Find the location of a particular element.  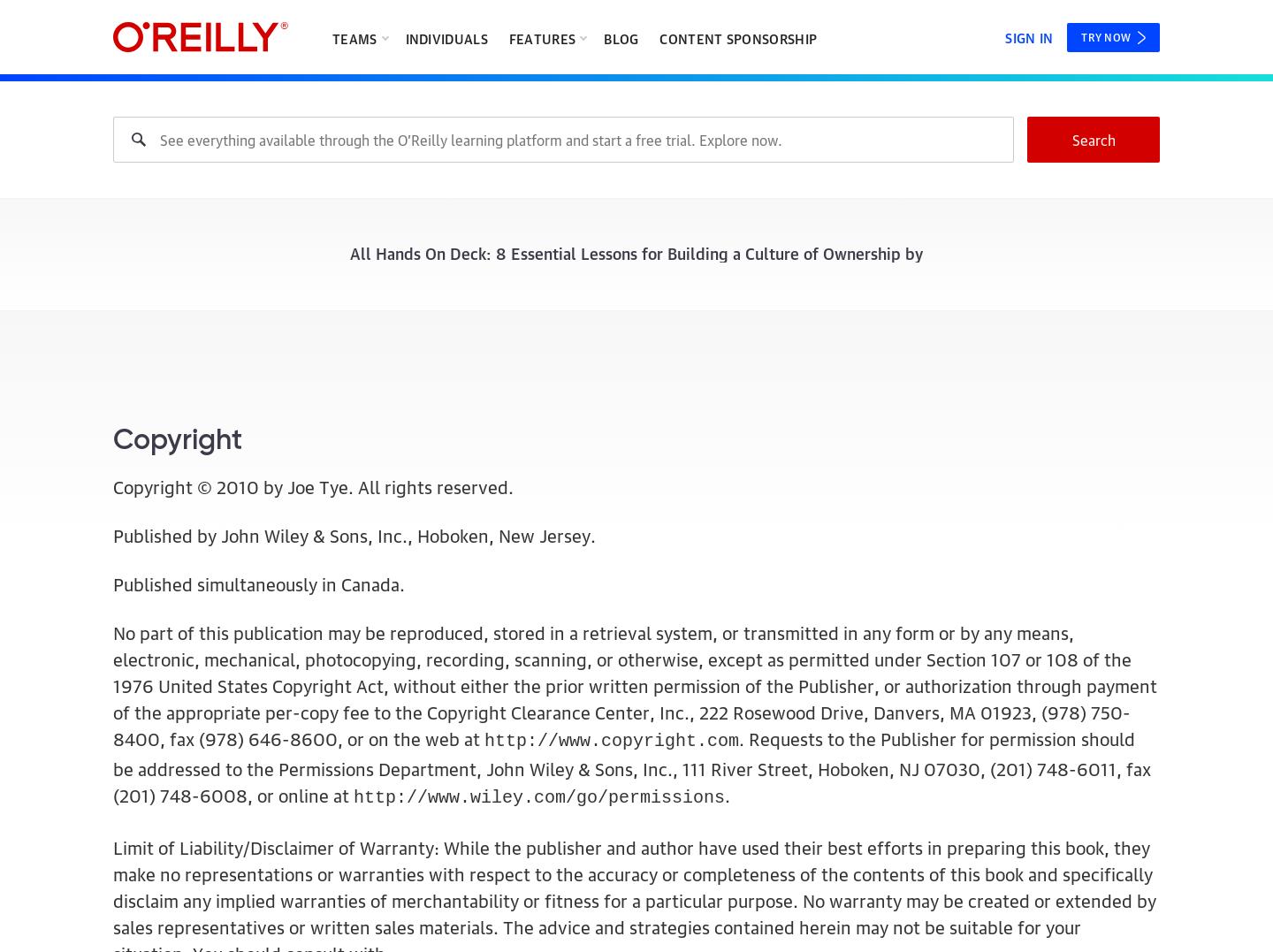

'All Hands On Deck: 8 Essential Lessons for Building a Culture of Ownership by' is located at coordinates (636, 250).